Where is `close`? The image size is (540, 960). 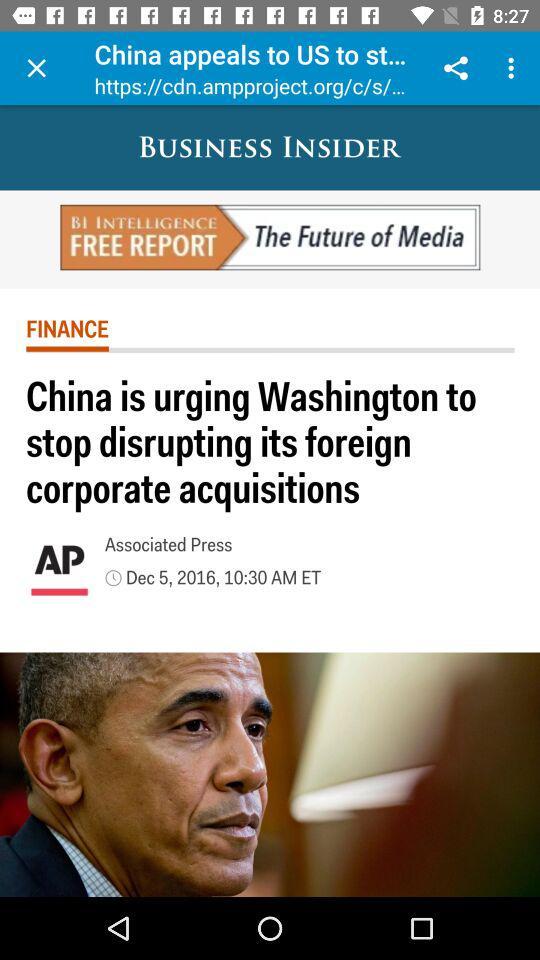 close is located at coordinates (36, 68).